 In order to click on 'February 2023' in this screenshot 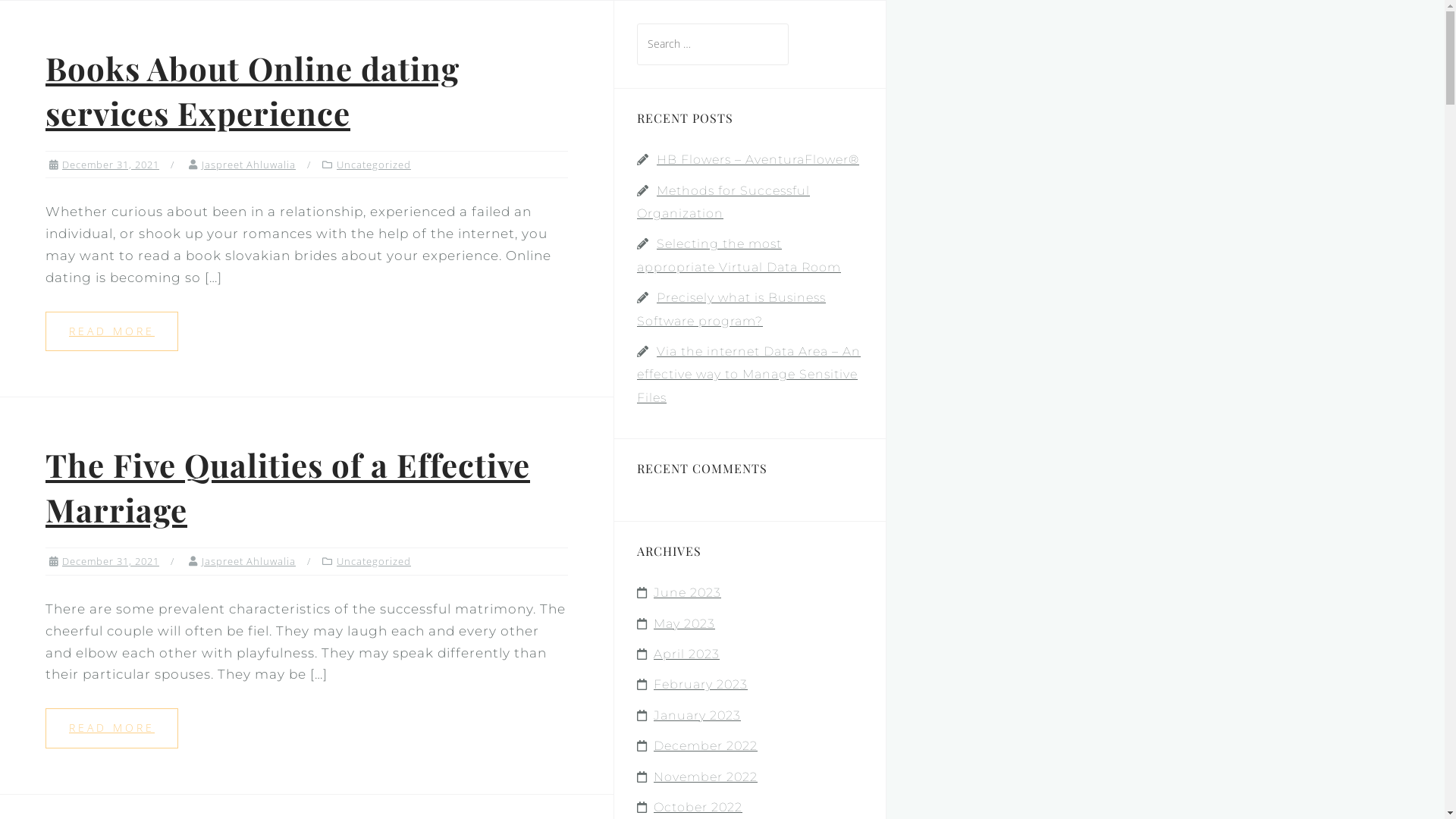, I will do `click(700, 684)`.